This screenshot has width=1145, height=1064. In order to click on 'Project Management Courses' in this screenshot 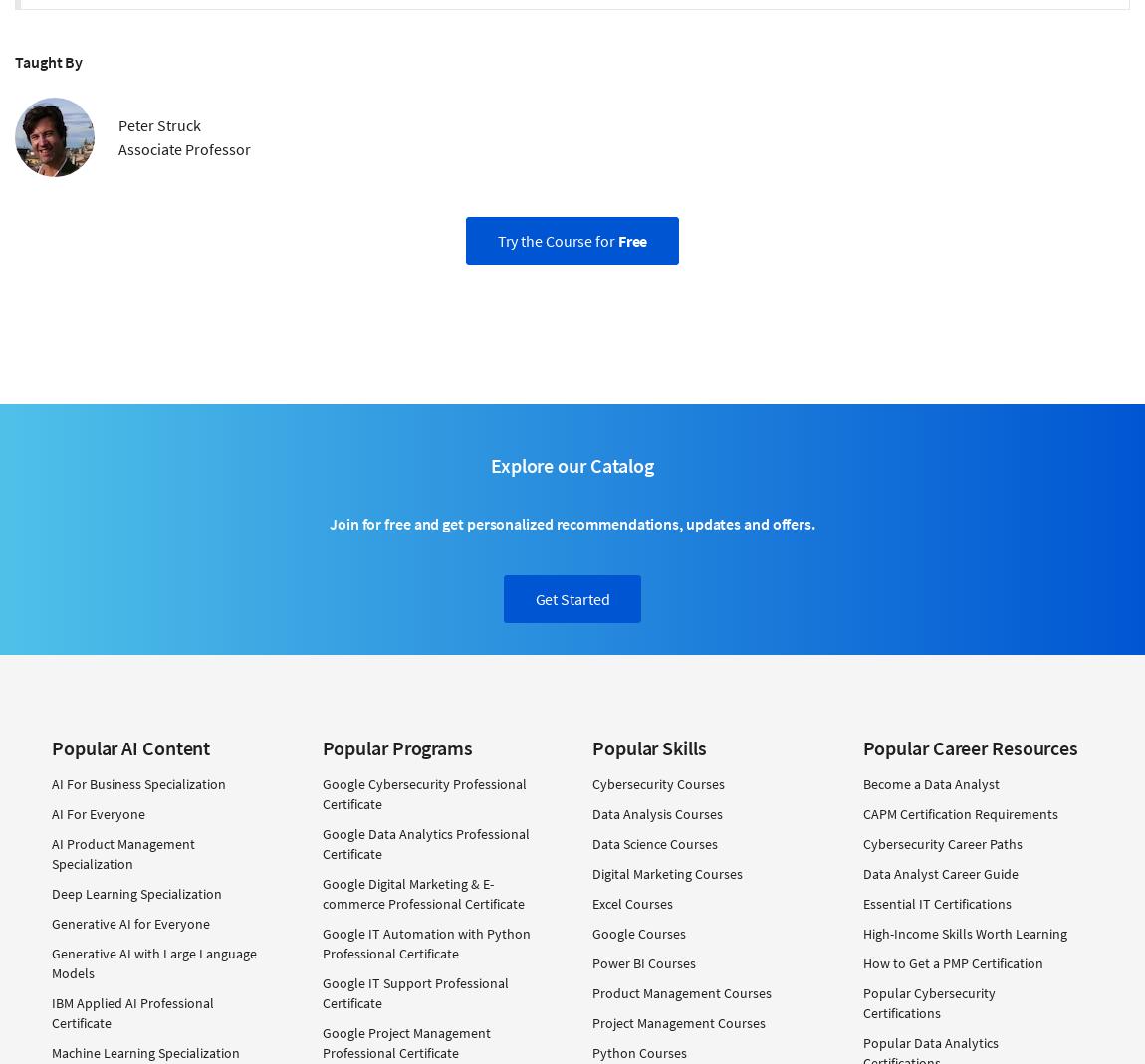, I will do `click(677, 1021)`.